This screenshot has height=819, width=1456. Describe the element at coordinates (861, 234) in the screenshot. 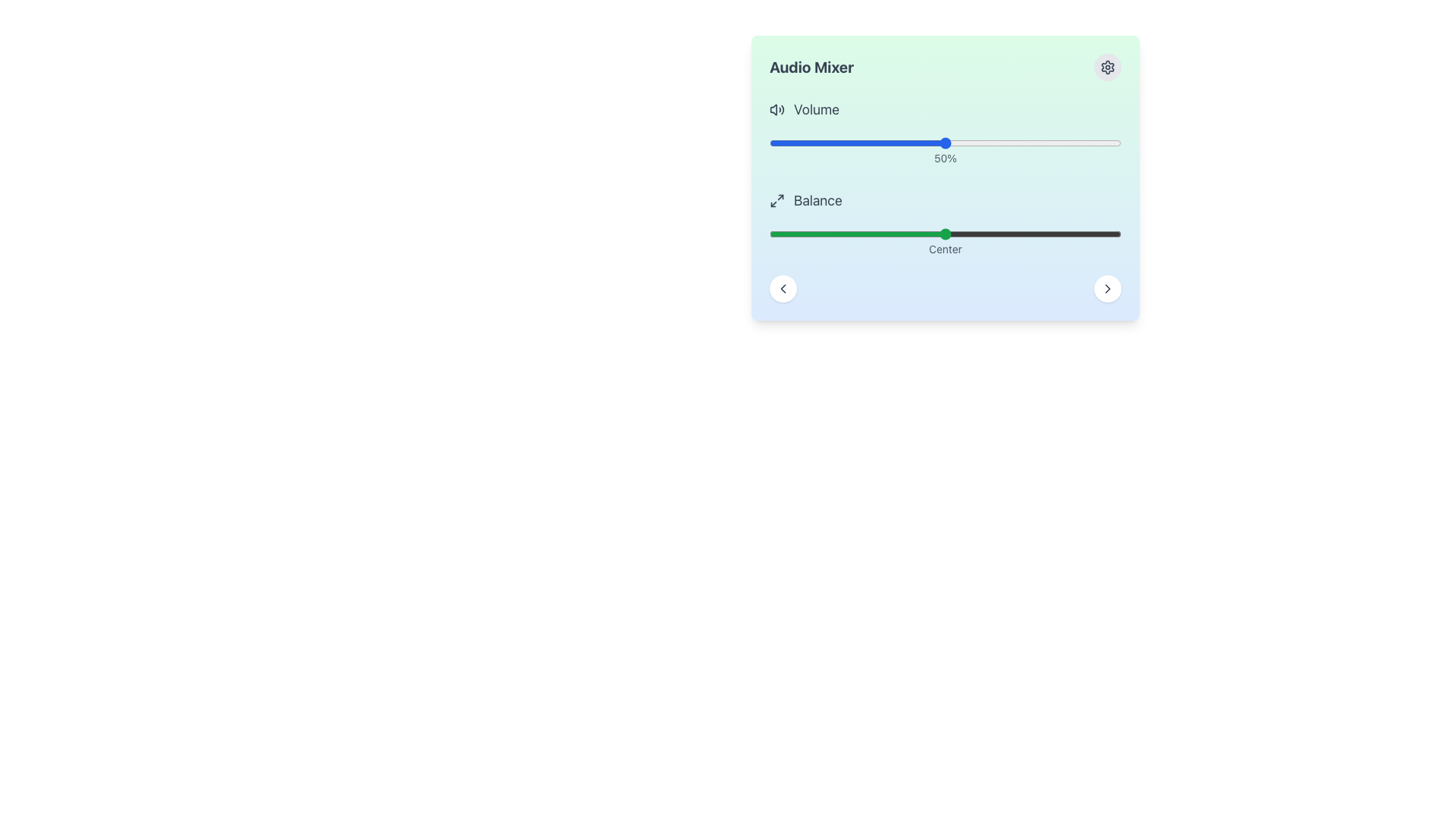

I see `balance` at that location.